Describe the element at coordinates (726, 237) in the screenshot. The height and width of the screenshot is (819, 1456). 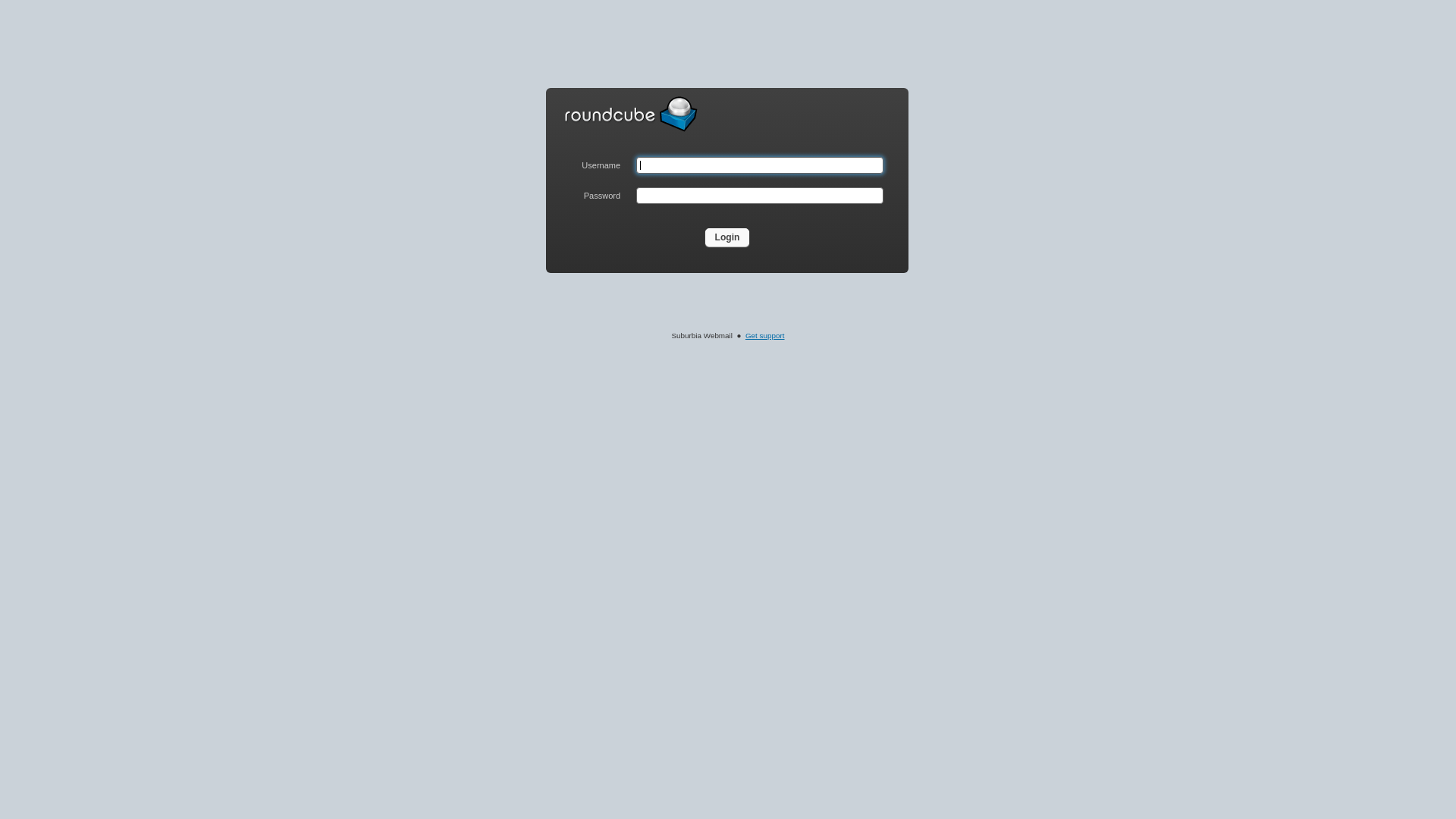
I see `'Login'` at that location.